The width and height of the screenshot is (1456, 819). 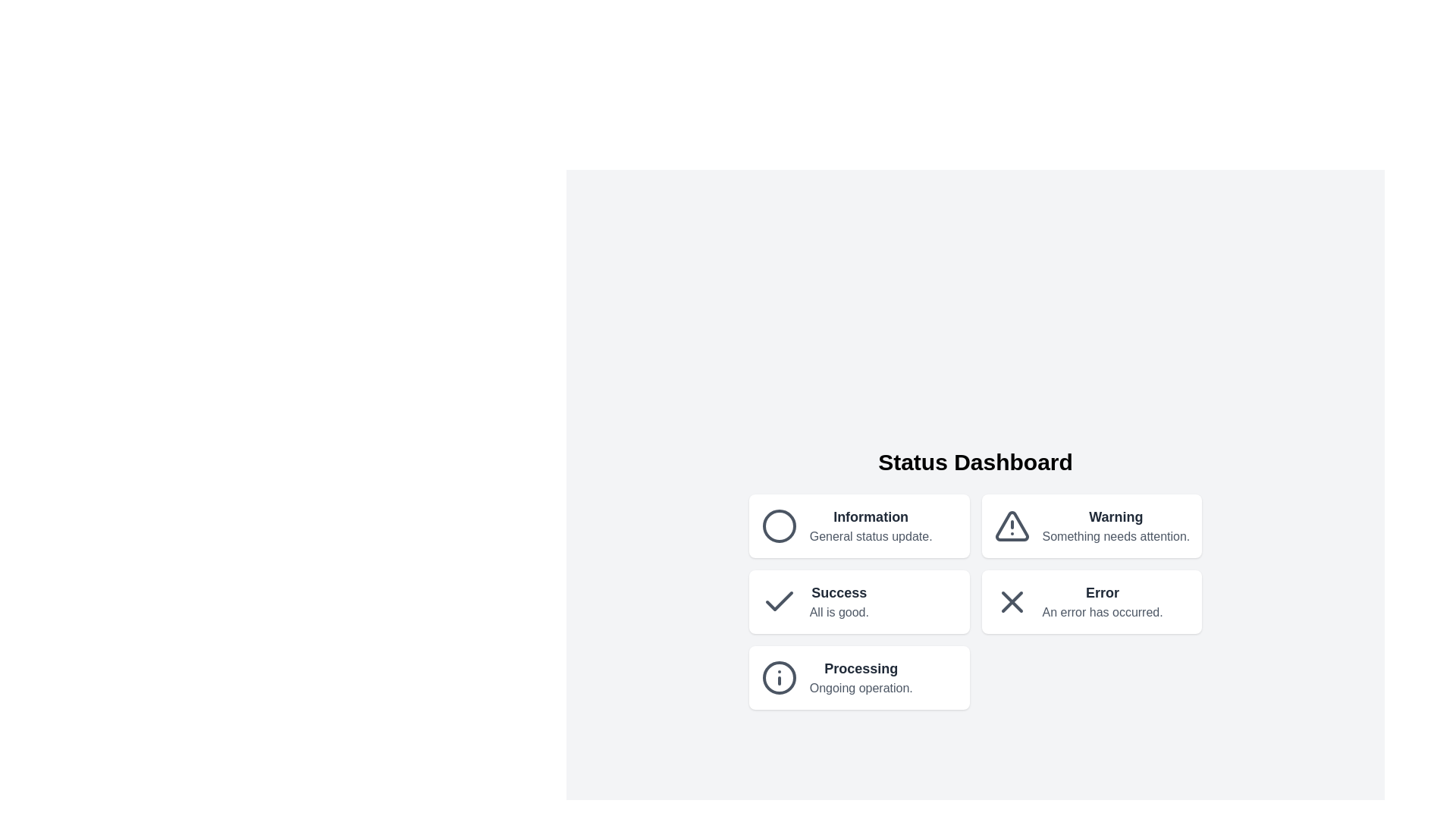 I want to click on the bold red cross symbol (Error Symbol) located within the 'Error' card in the bottom-right corner of the status dashboard to indicate an error condition, so click(x=1012, y=601).